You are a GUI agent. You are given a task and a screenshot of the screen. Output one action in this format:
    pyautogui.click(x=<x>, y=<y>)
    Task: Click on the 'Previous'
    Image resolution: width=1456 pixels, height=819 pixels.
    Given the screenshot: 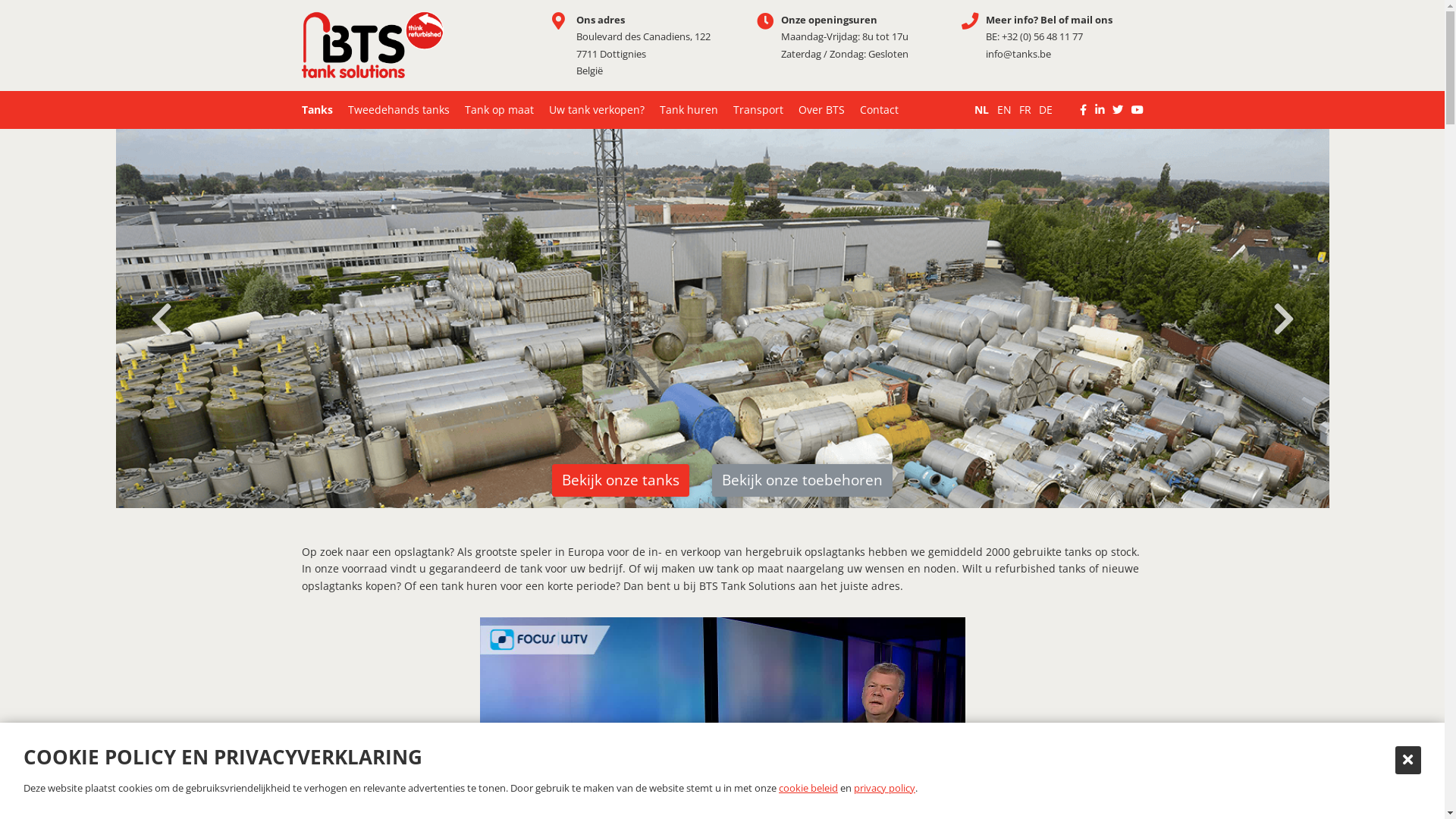 What is the action you would take?
    pyautogui.click(x=138, y=318)
    